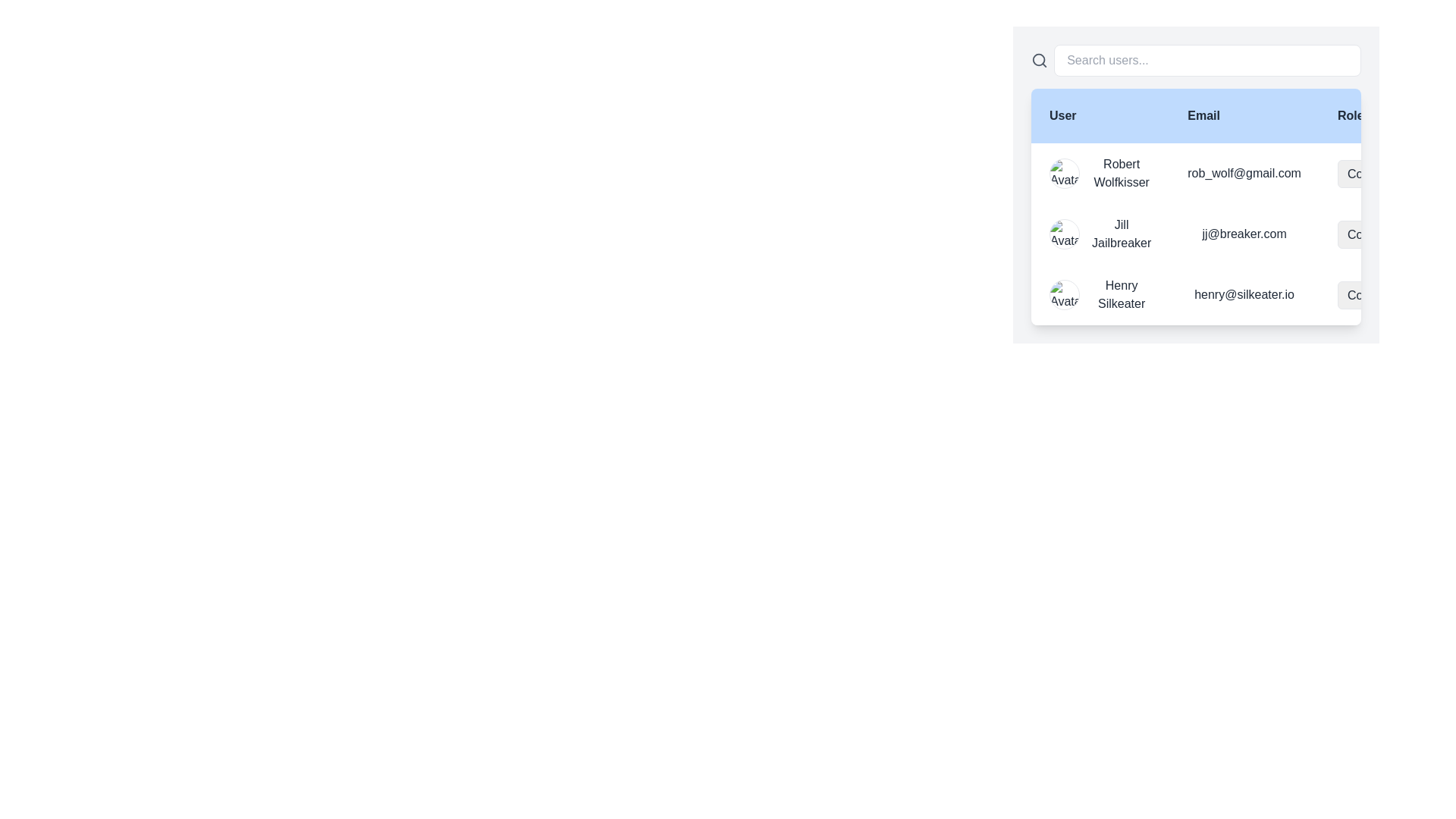  I want to click on the SVG circle that represents a lens within the search icon, located at the top-left corner of the search input field, so click(1038, 59).